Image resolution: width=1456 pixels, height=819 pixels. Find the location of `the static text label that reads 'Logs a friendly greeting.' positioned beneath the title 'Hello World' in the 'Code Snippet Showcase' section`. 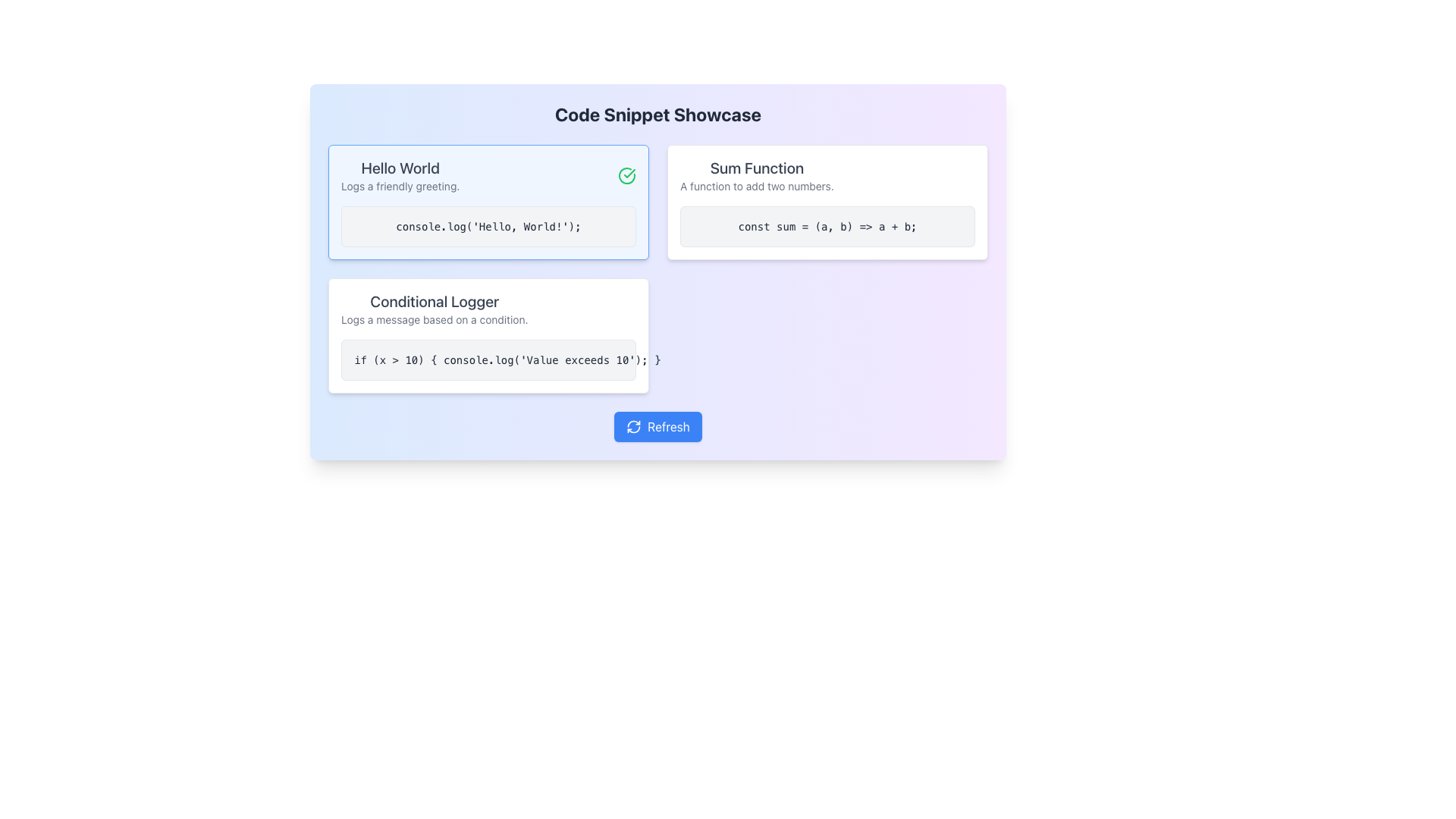

the static text label that reads 'Logs a friendly greeting.' positioned beneath the title 'Hello World' in the 'Code Snippet Showcase' section is located at coordinates (400, 186).